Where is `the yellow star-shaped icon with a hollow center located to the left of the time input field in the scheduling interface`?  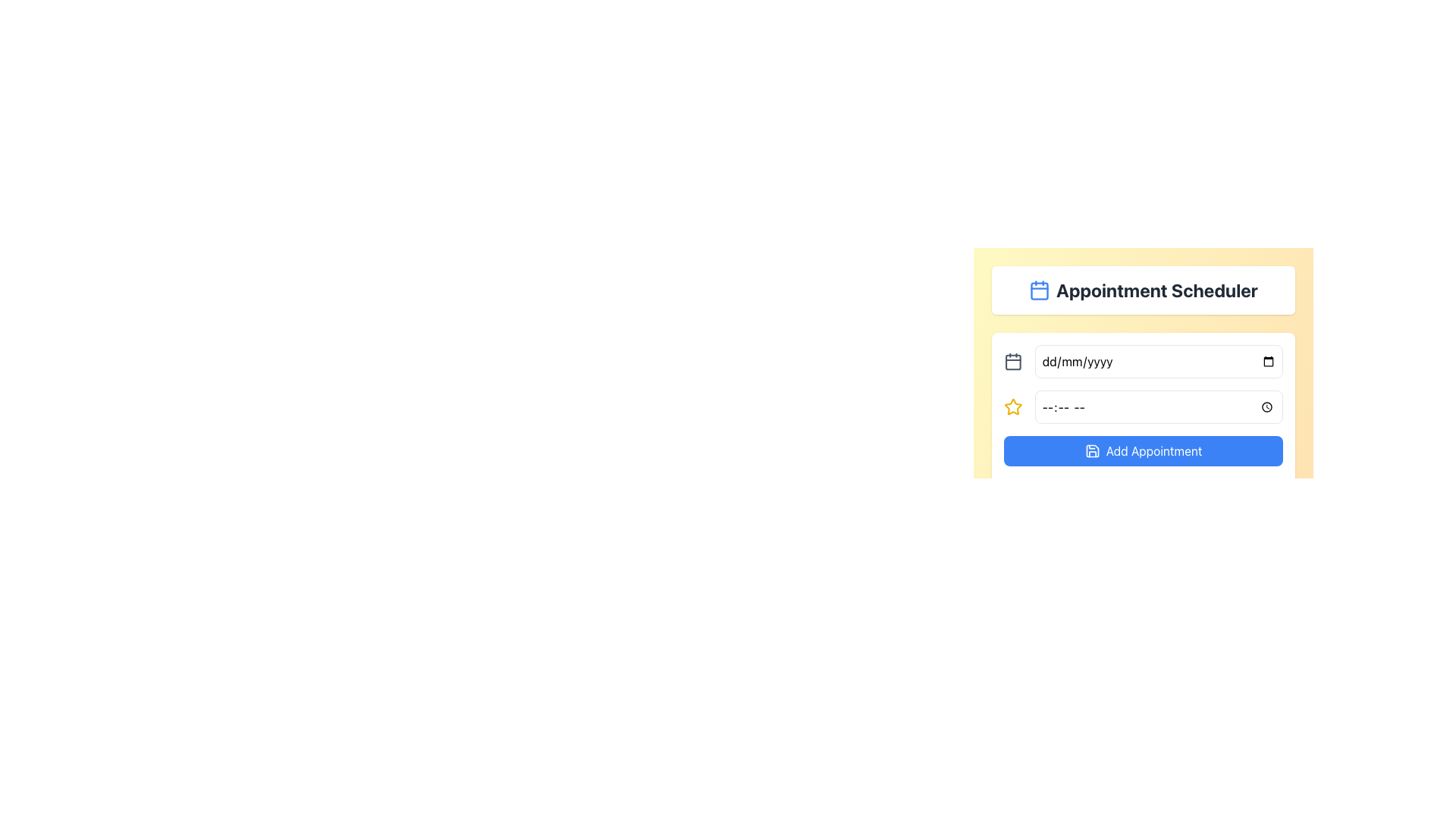
the yellow star-shaped icon with a hollow center located to the left of the time input field in the scheduling interface is located at coordinates (1013, 406).